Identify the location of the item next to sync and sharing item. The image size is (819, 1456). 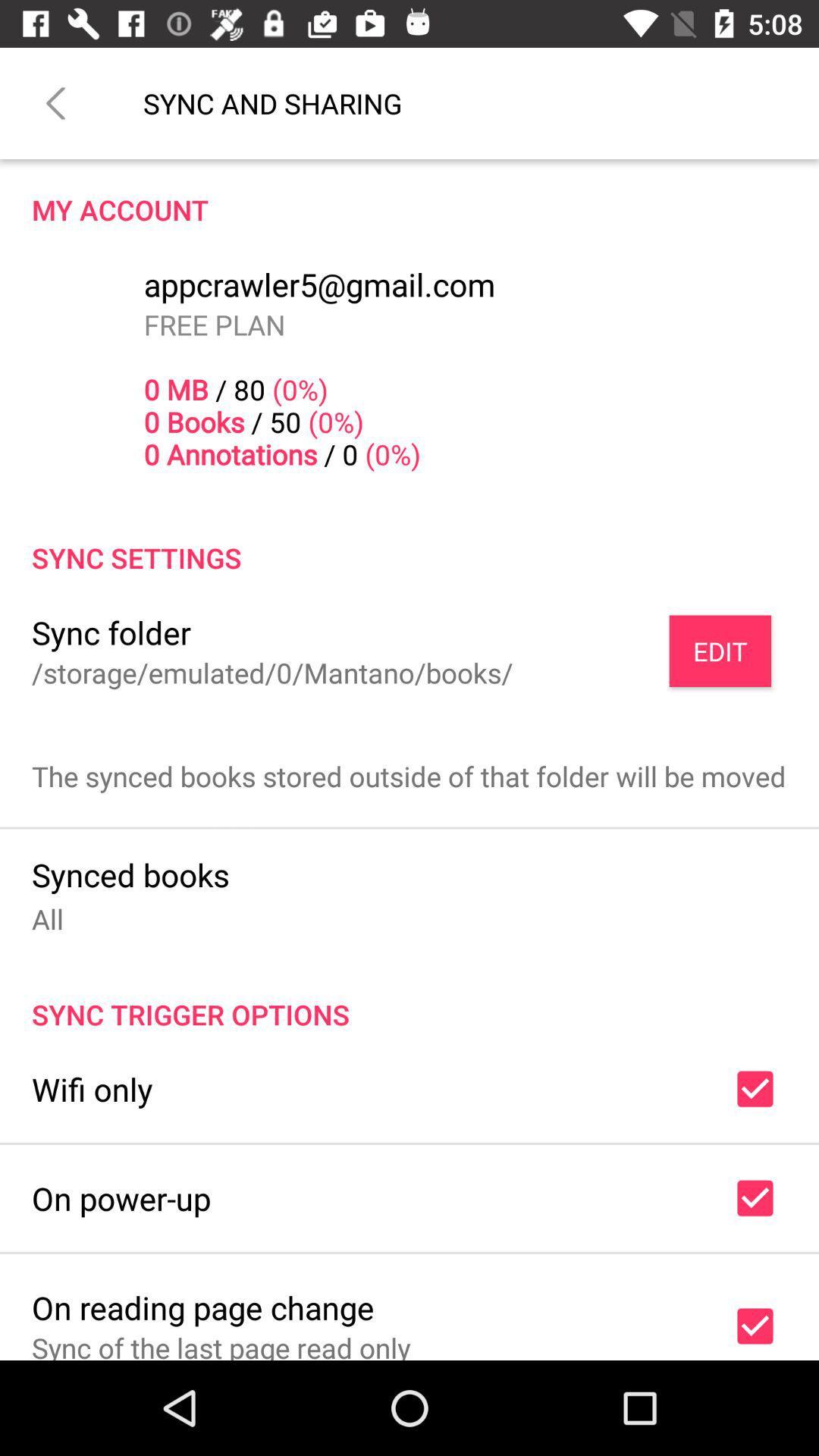
(55, 102).